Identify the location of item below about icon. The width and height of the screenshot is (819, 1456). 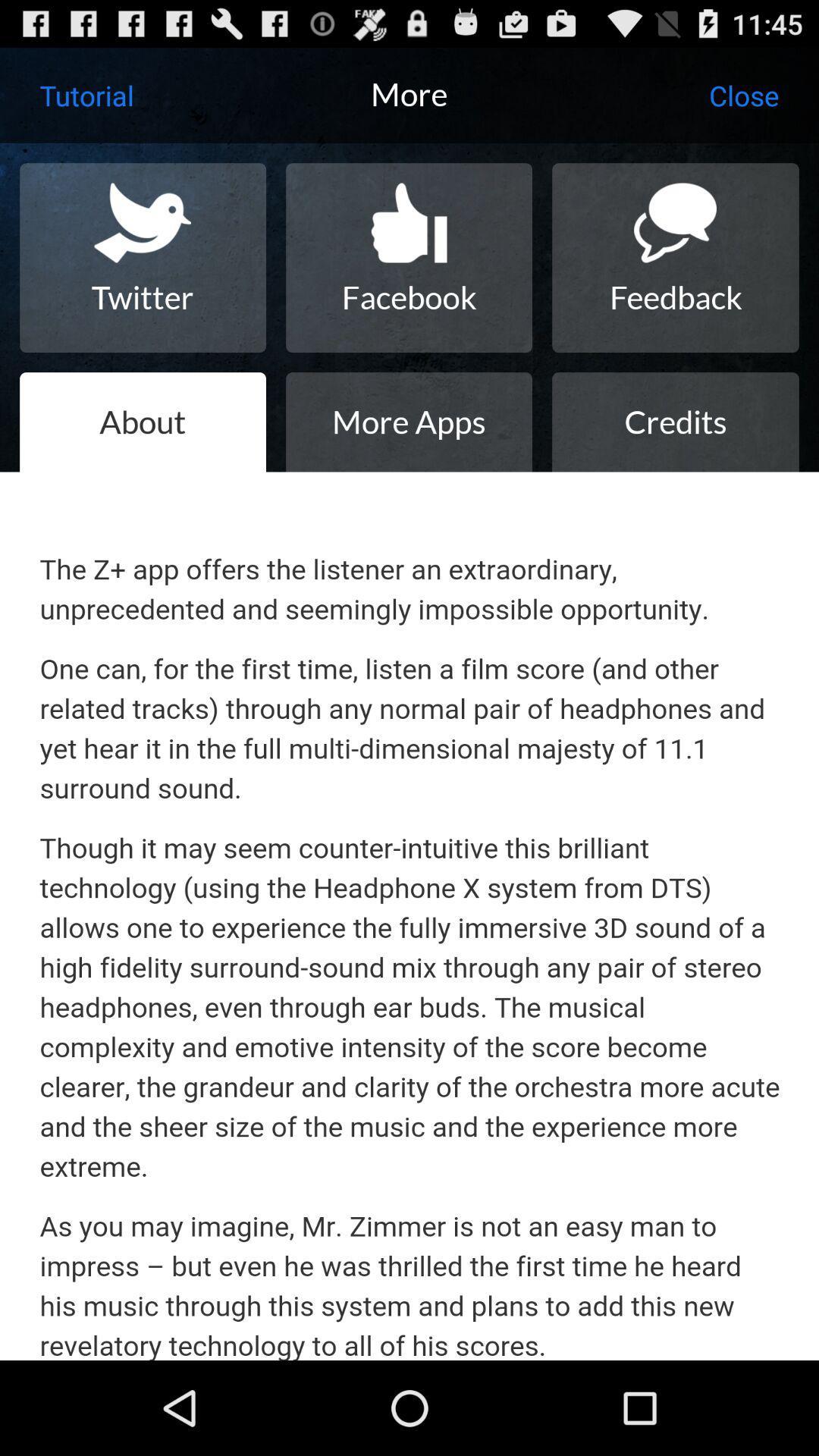
(409, 915).